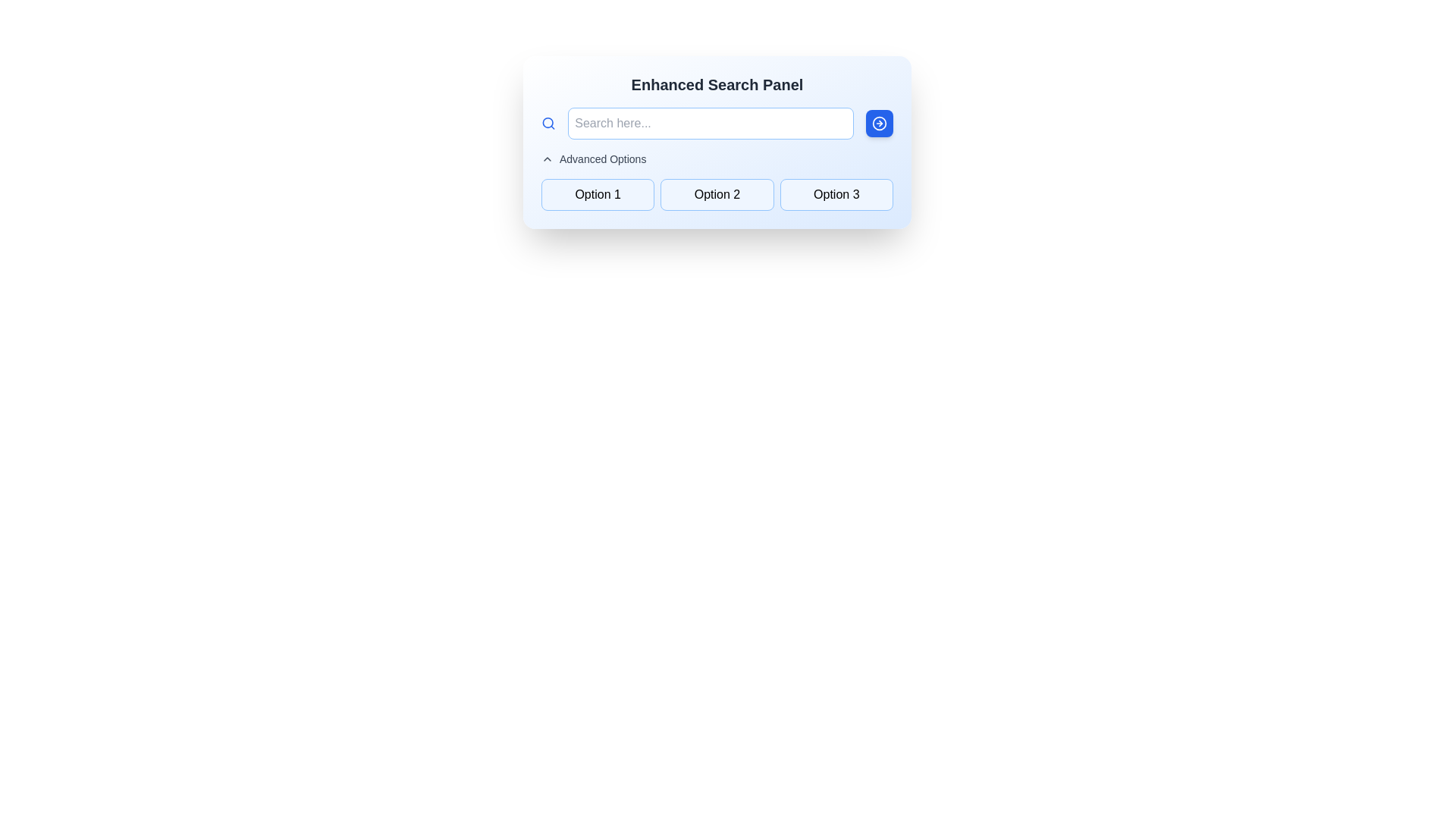 The height and width of the screenshot is (819, 1456). Describe the element at coordinates (548, 122) in the screenshot. I see `the search icon located to the left of the 'Search here...' input field` at that location.